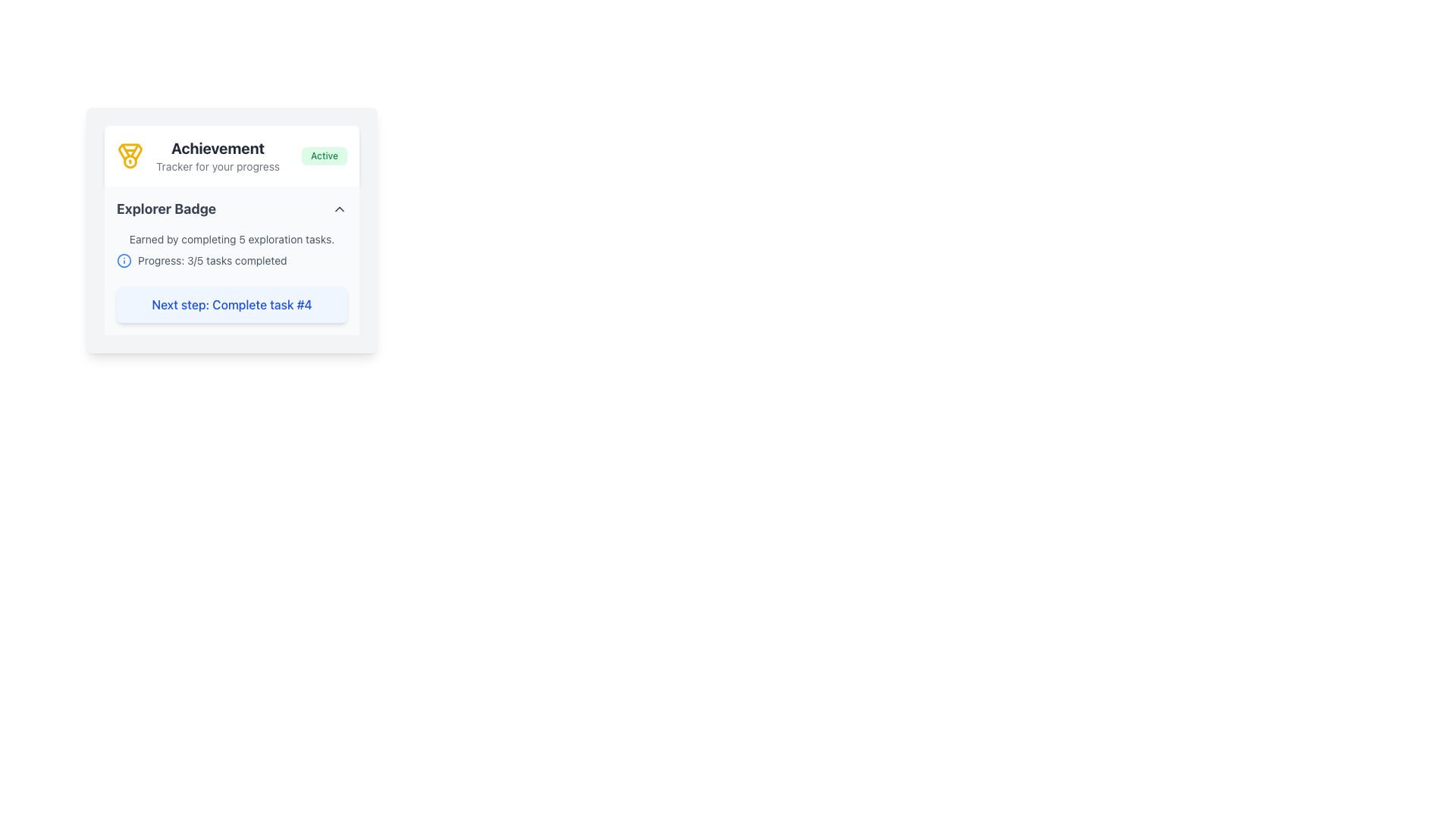 The image size is (1456, 819). Describe the element at coordinates (231, 304) in the screenshot. I see `the Text Display Box that contains the blue text 'Next step: Complete task #4' with a light blue background and rounded corners, located at the bottom of the 'Explorer Badge' section` at that location.